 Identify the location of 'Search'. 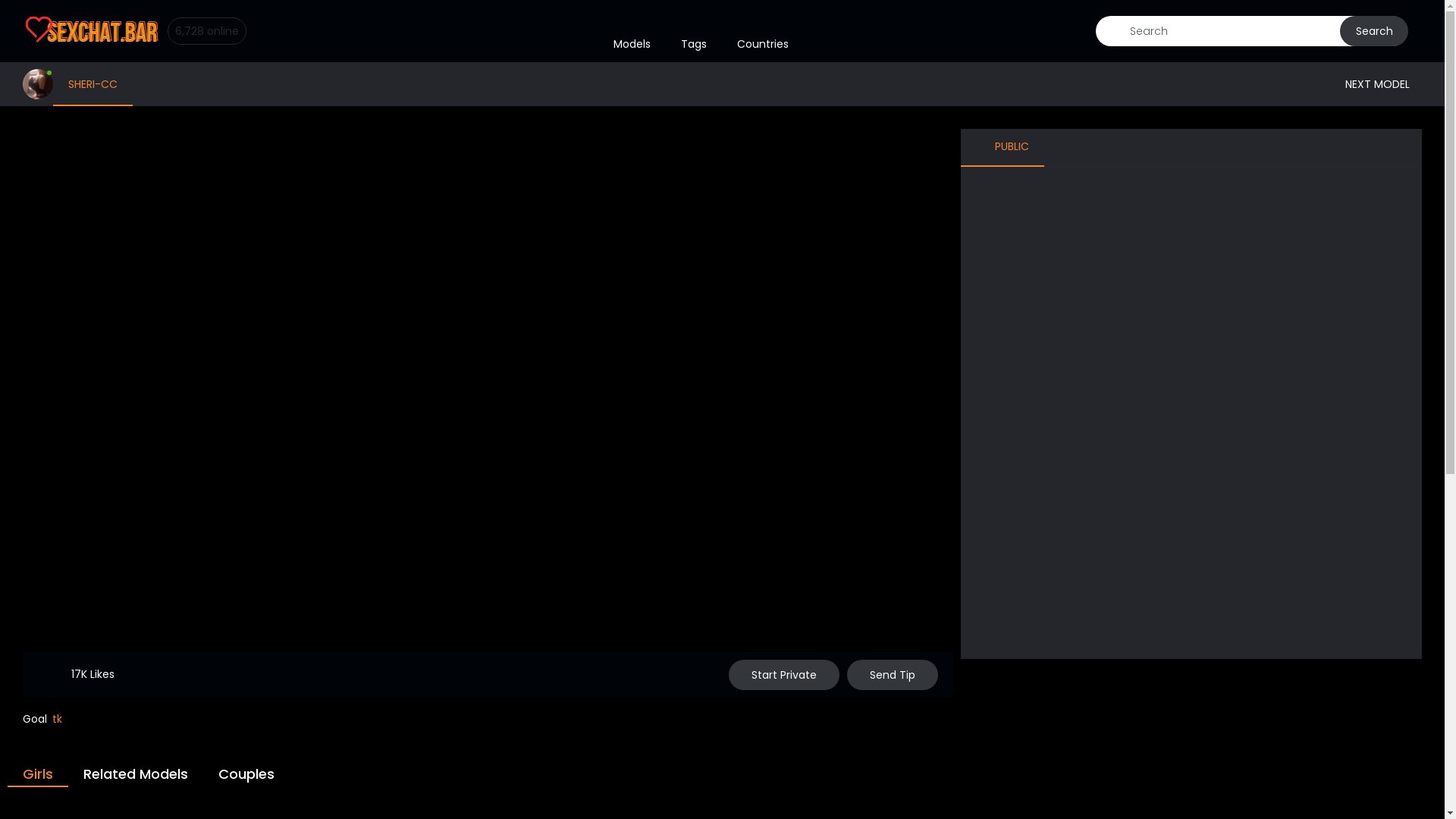
(1373, 31).